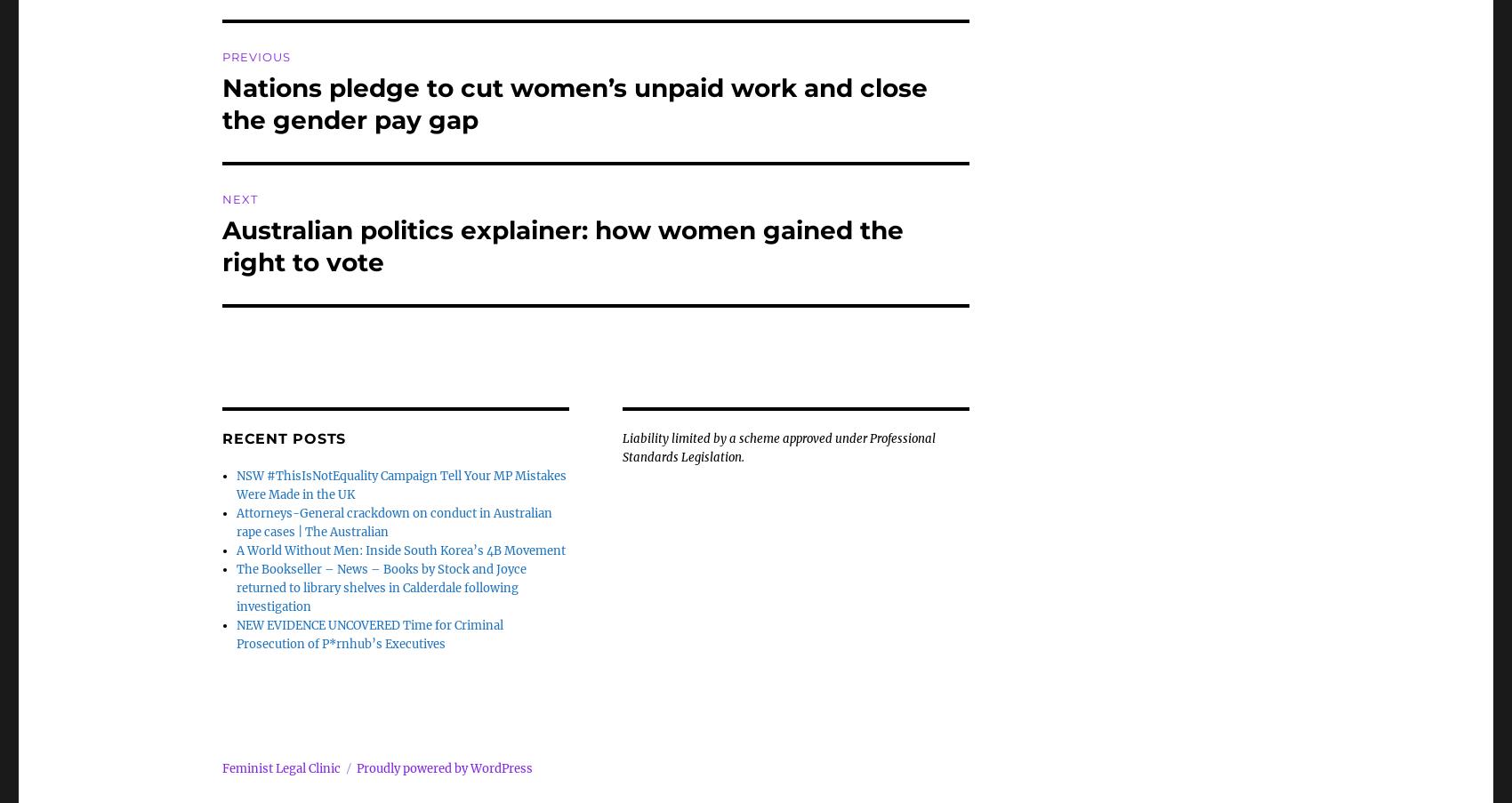 Image resolution: width=1512 pixels, height=803 pixels. I want to click on 'NSW #ThisIsNotEquality Campaign Tell Your MP Mistakes Were Made in the UK', so click(401, 485).